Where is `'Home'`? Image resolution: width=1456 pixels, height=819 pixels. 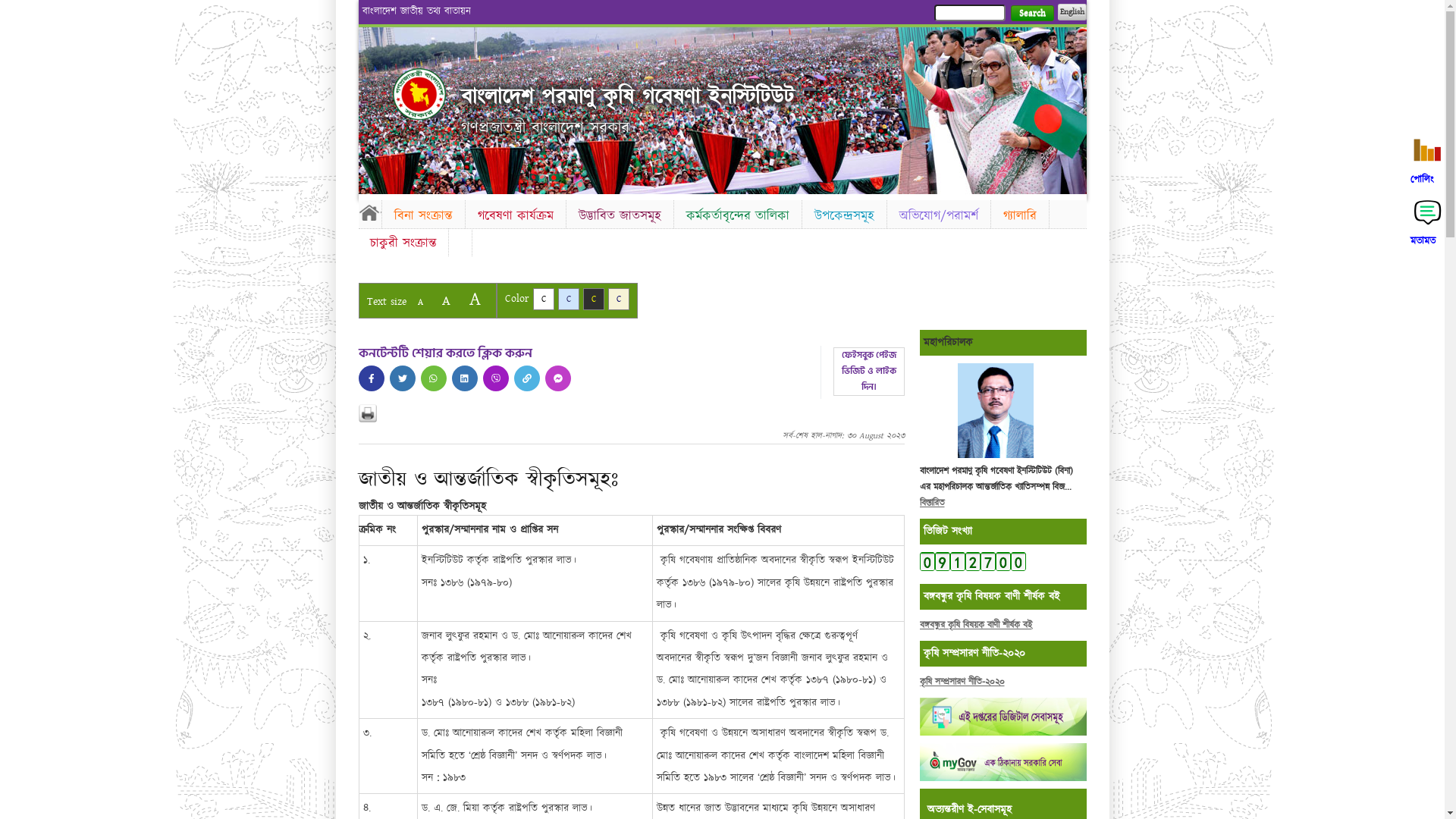 'Home' is located at coordinates (369, 212).